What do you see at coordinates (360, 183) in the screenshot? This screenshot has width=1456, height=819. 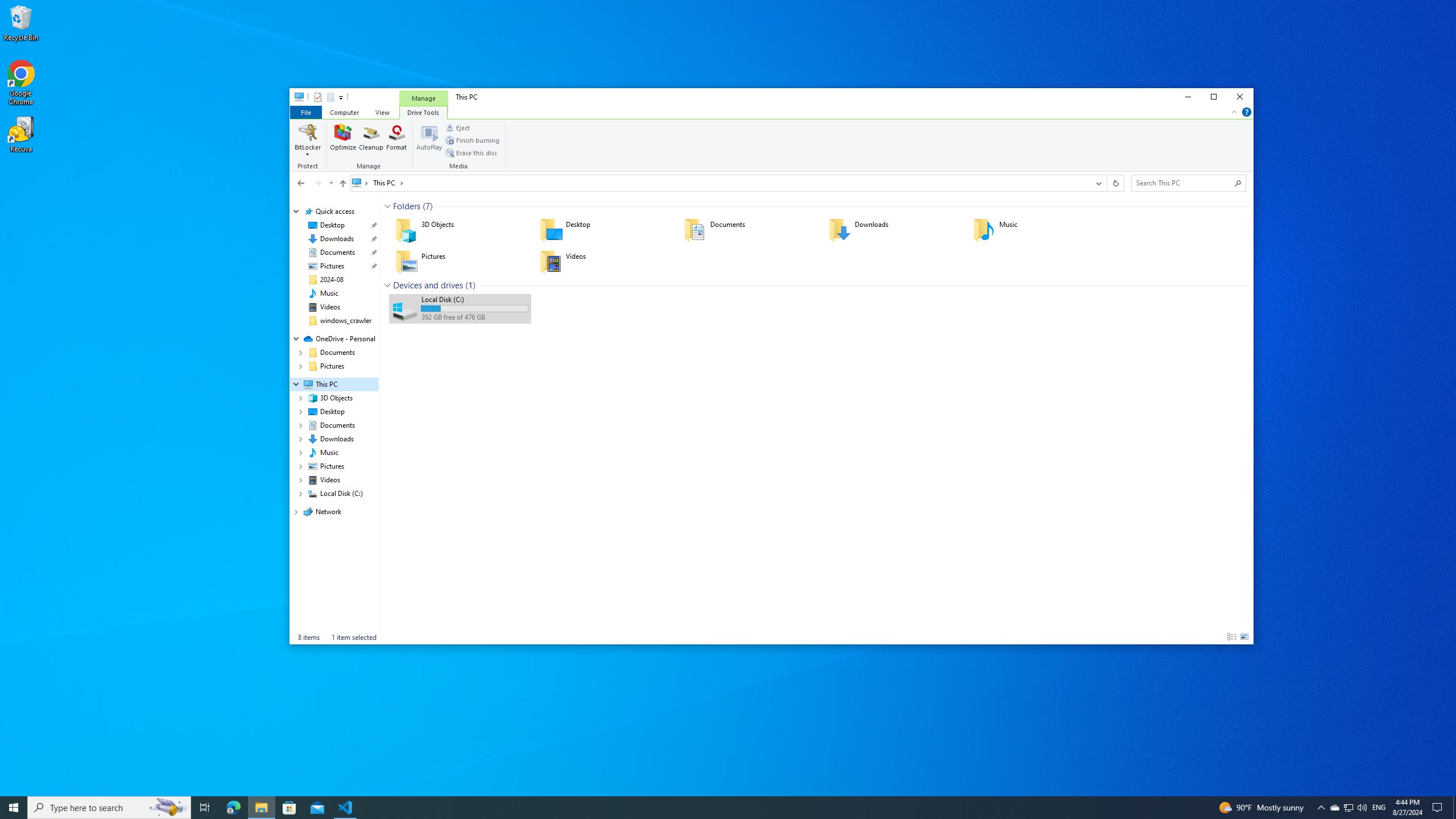 I see `'All locations'` at bounding box center [360, 183].